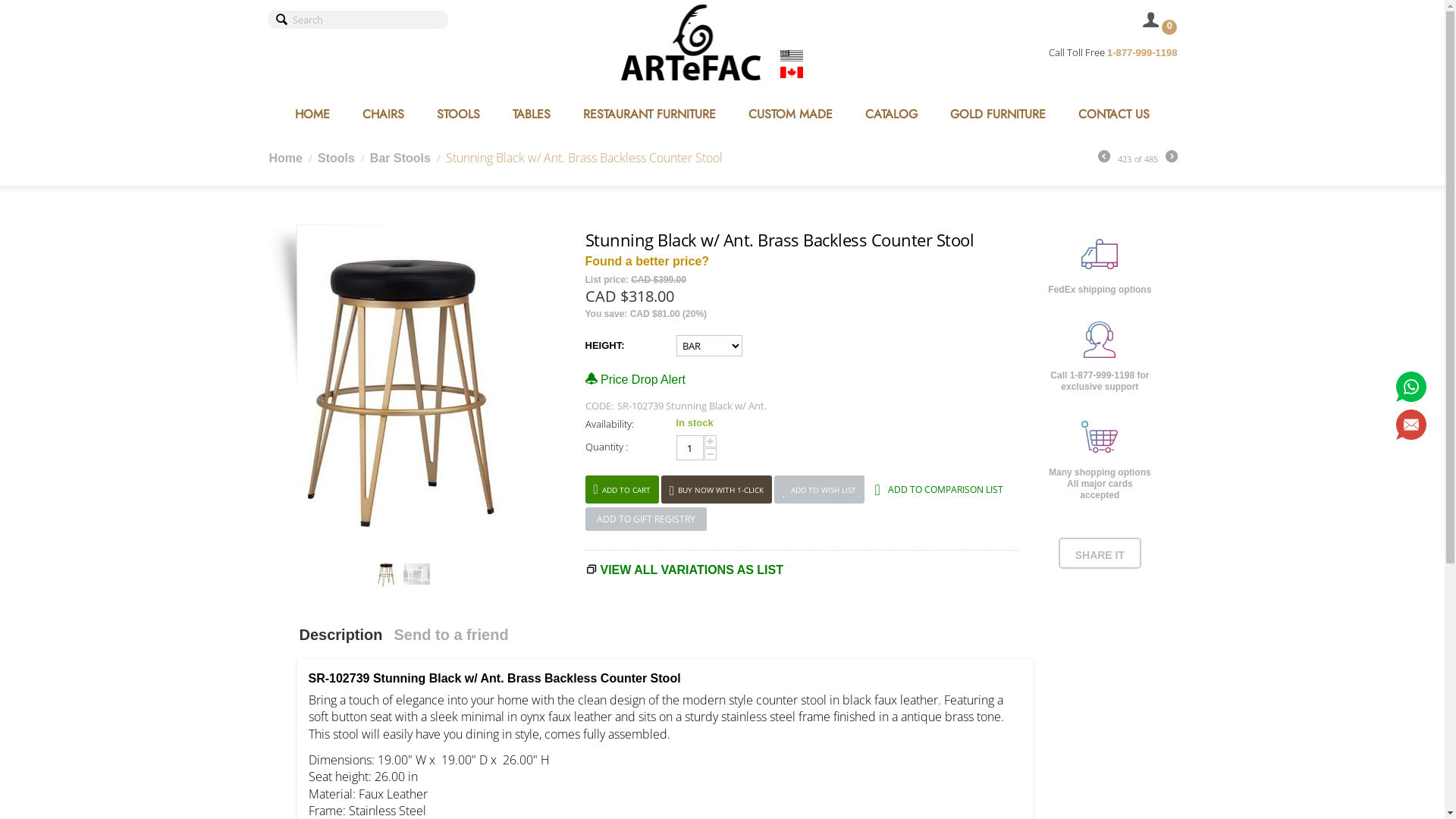 This screenshot has width=1456, height=819. Describe the element at coordinates (585, 518) in the screenshot. I see `'ADD TO GIFT REGISTRY'` at that location.